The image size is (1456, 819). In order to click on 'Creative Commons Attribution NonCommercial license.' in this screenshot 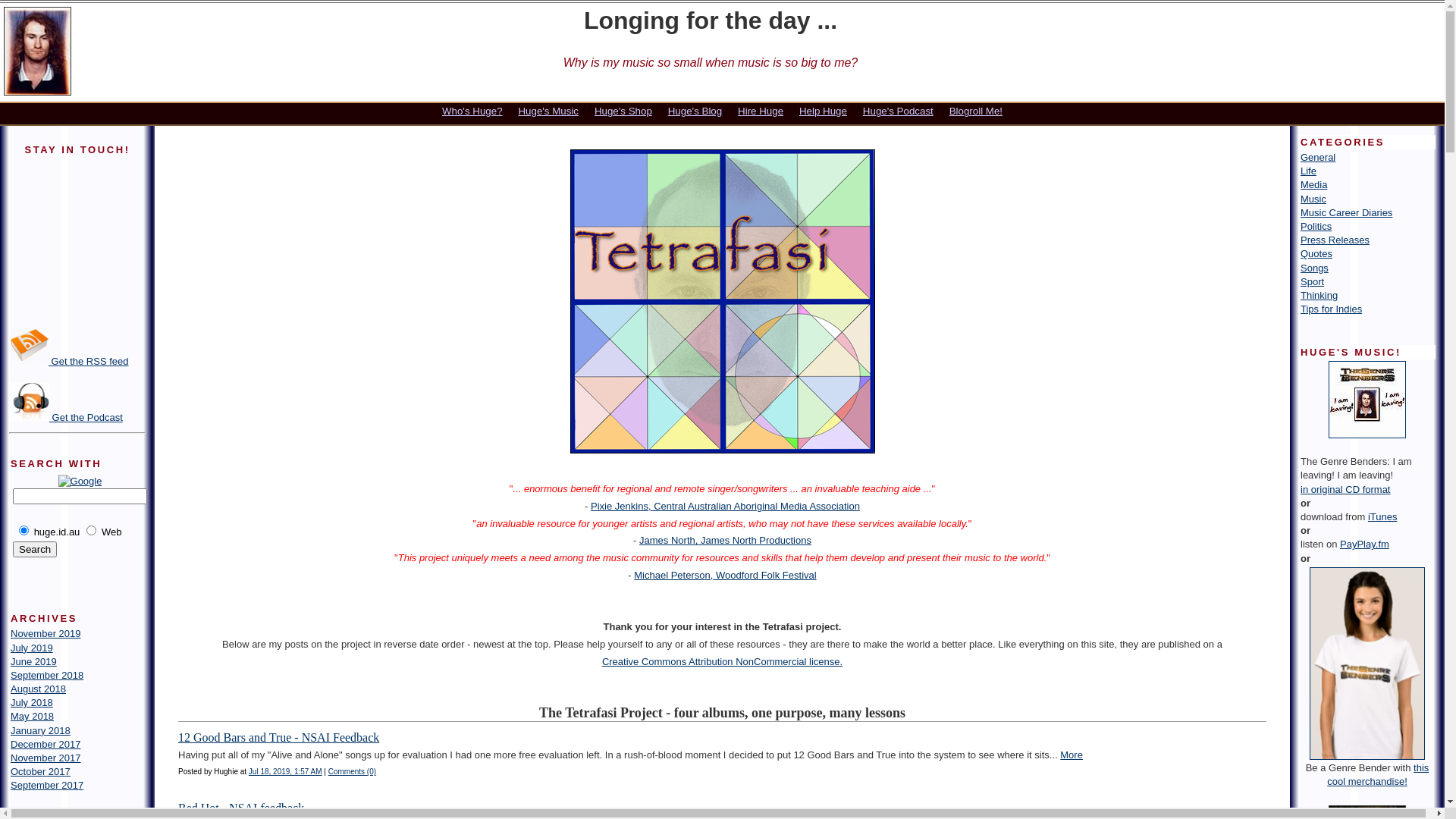, I will do `click(721, 660)`.